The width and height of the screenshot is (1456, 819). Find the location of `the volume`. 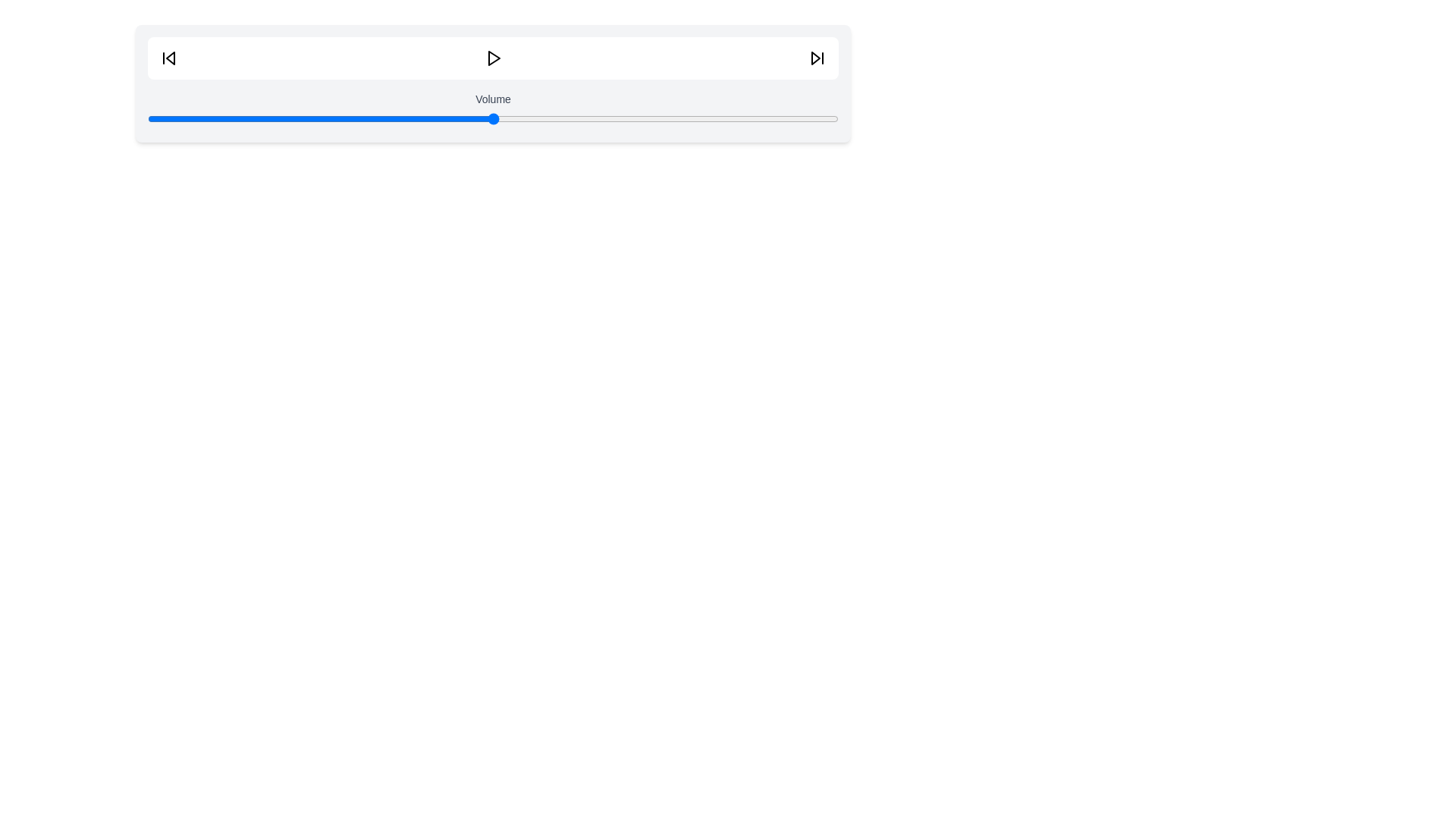

the volume is located at coordinates (382, 118).